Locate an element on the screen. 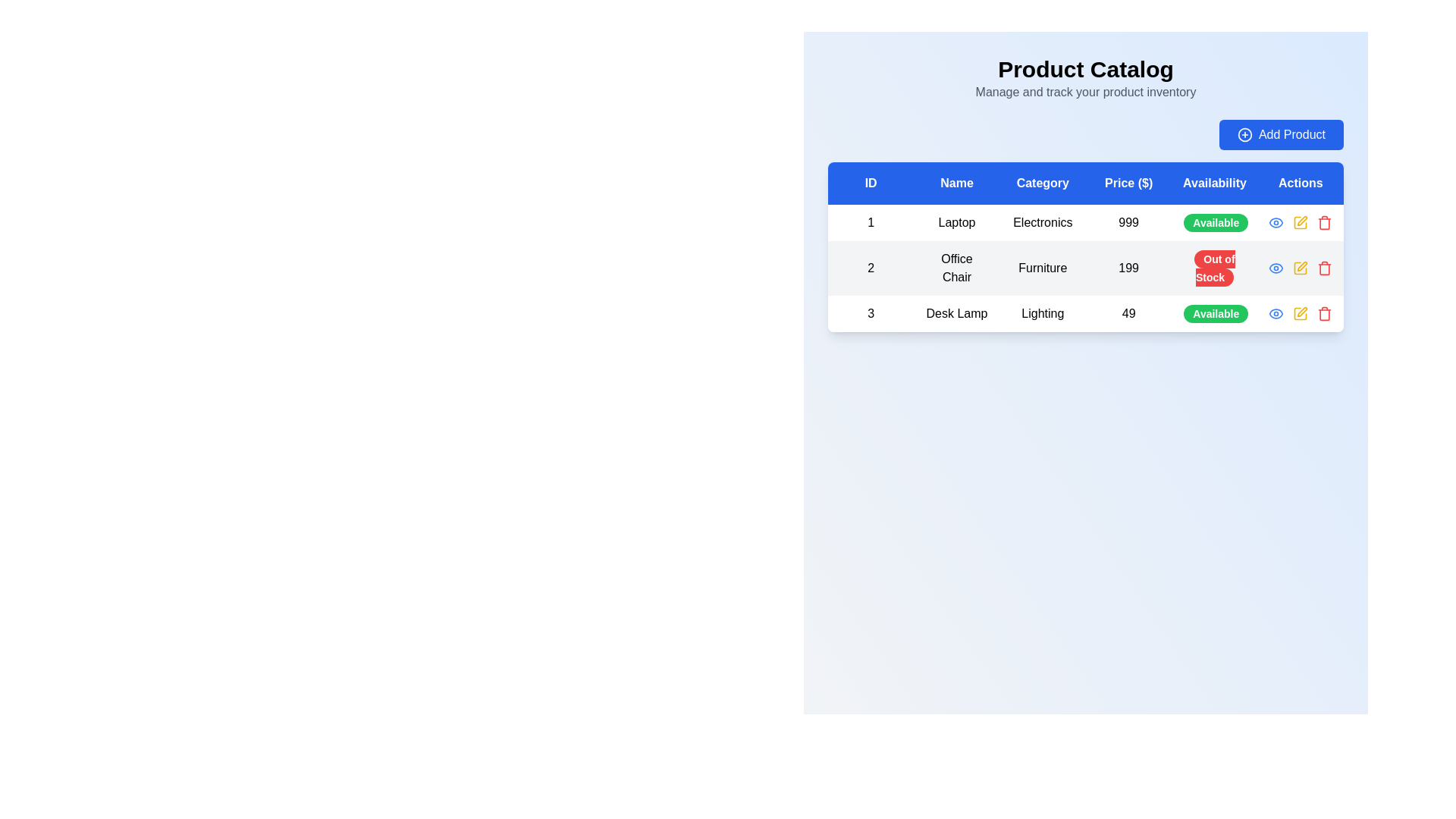  the edit button for the 'Office Chair' item, which is the second action button in the 'Actions' column of the product table, located between a blue button and a red button is located at coordinates (1300, 268).